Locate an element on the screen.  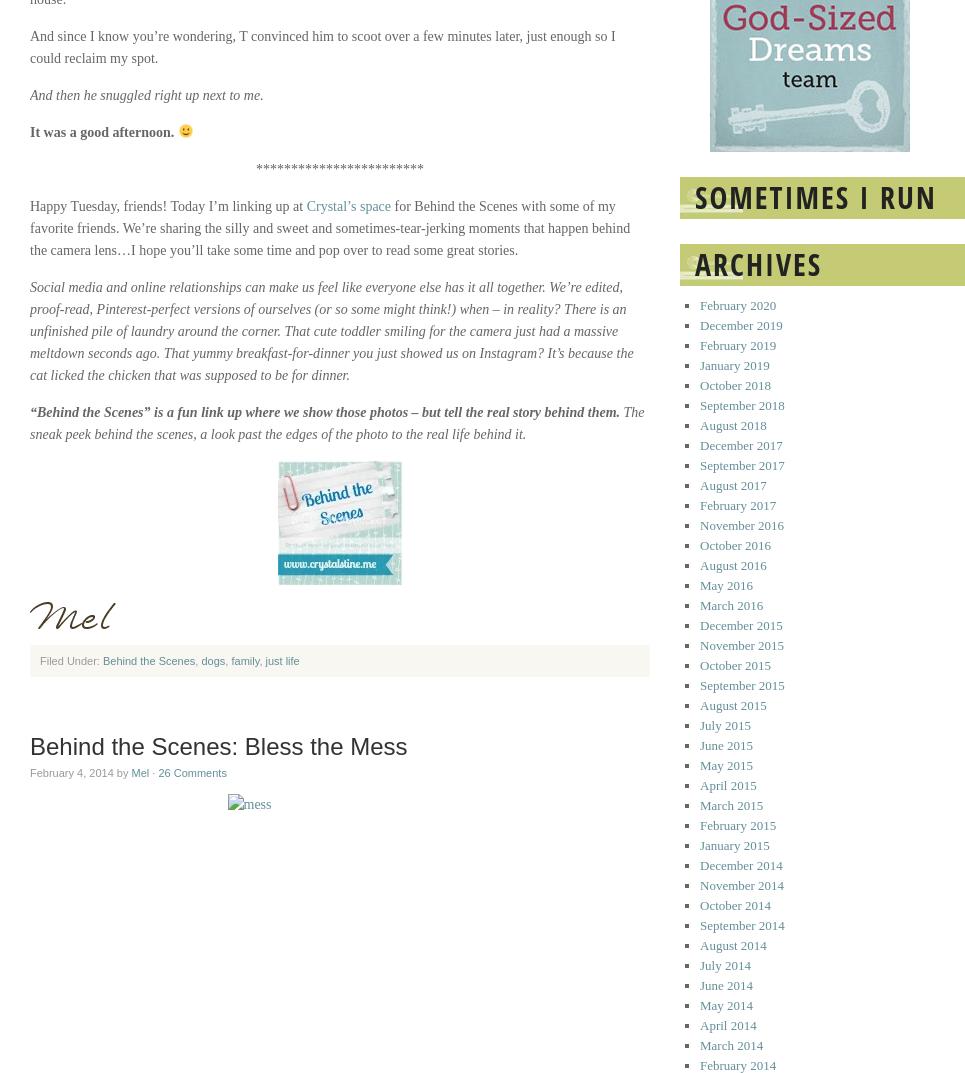
'Social media and online relationships can make us feel like everyone else has it all together. We’re edited, proof-read, Pinterest-perfect versions of ourselves (or so some might think!) when – in reality? There is an unfinished pile of laundry around the corner. That cute toddler smiling for the camera just had a massive meltdown seconds ago. That yummy breakfast-for-dinner you just showed us on Instagram? It’s because the cat licked the chicken that was supposed to be for dinner.' is located at coordinates (330, 331).